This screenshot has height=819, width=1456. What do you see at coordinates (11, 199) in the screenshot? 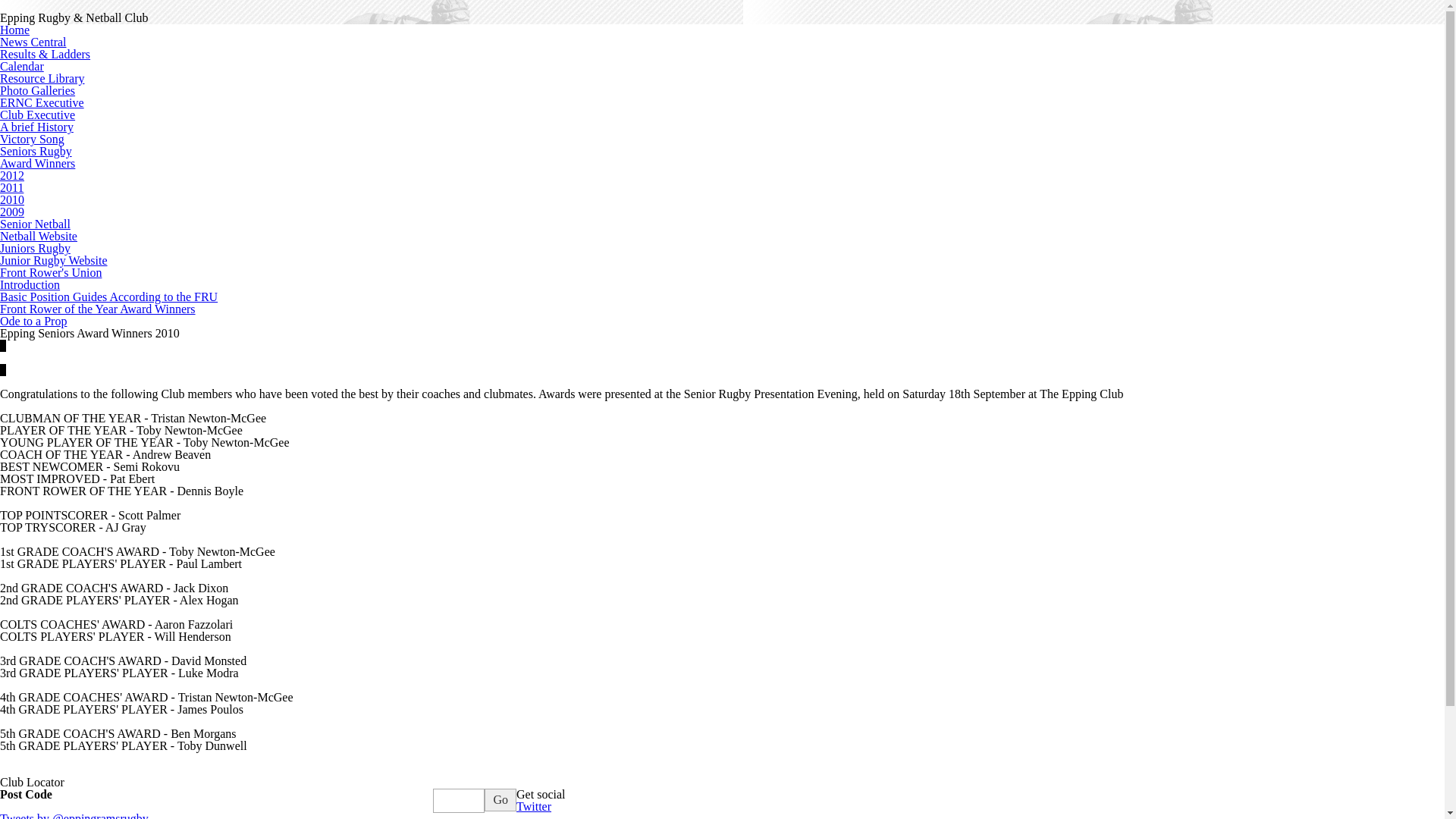
I see `'2010'` at bounding box center [11, 199].